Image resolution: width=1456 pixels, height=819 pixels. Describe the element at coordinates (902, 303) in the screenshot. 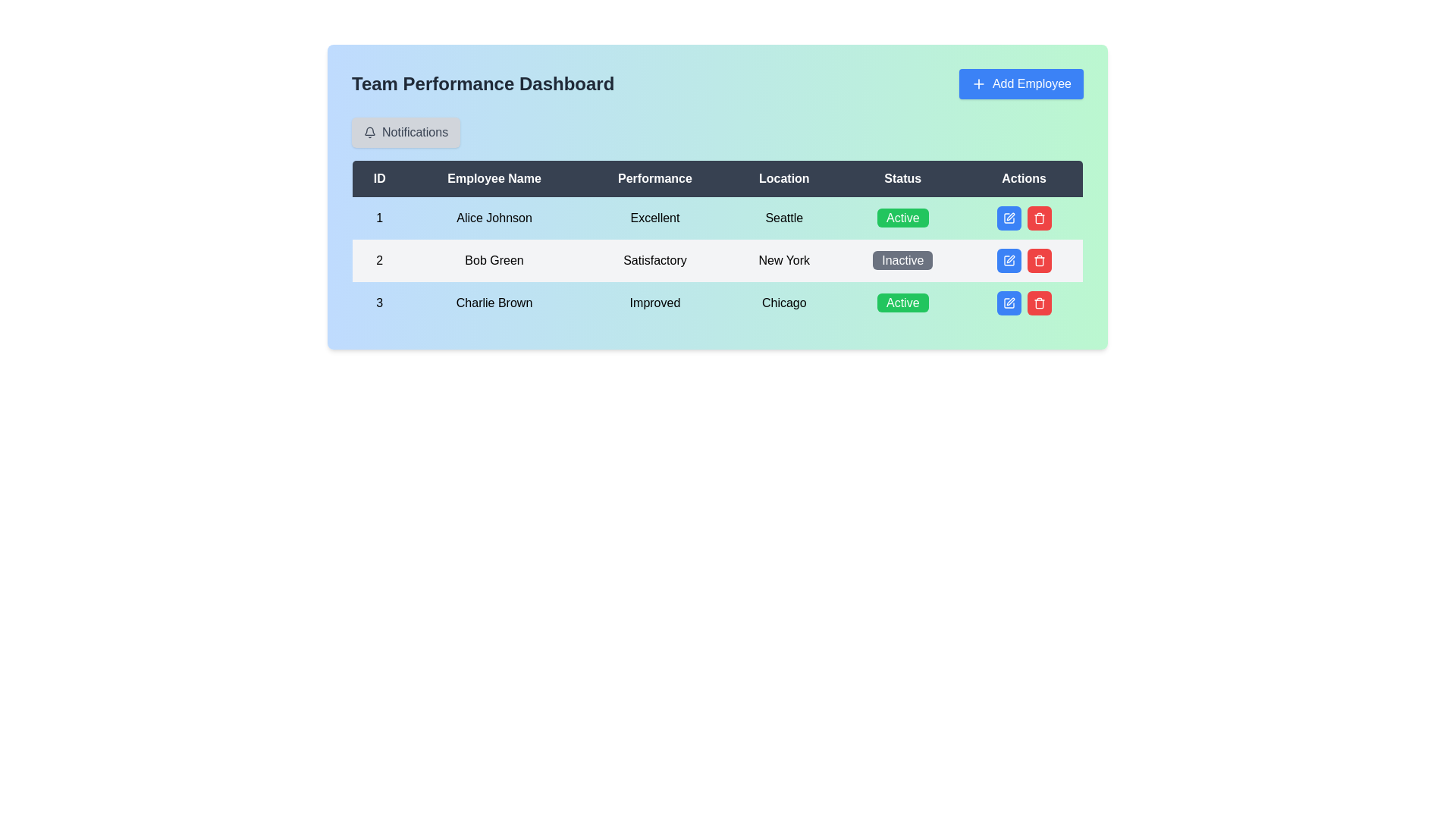

I see `the green rounded rectangle label with the word 'Active' in white, located in the 'Status' column for 'Charlie Brown' in the third row of the table` at that location.